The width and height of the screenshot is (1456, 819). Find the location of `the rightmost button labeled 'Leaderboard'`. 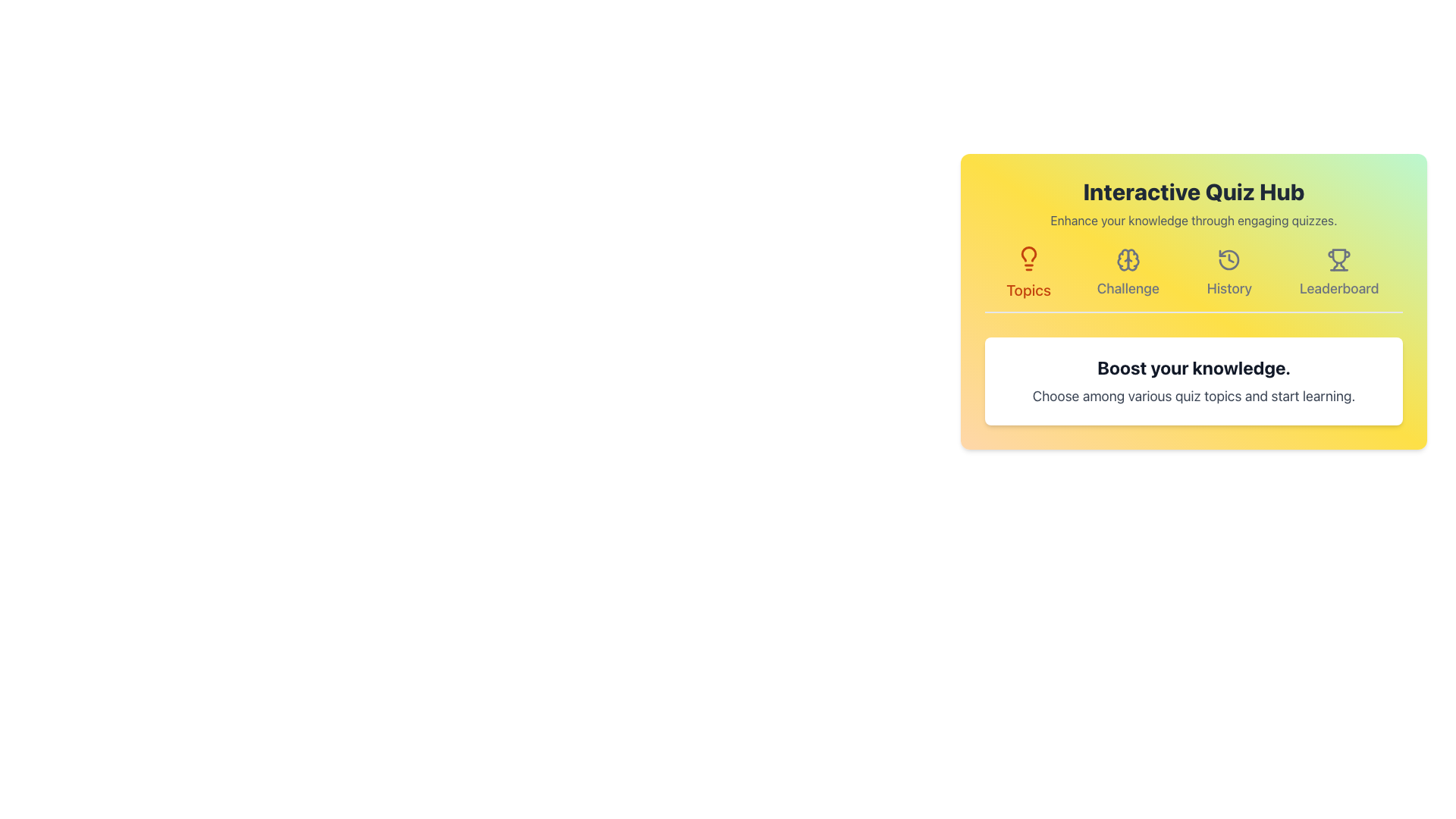

the rightmost button labeled 'Leaderboard' is located at coordinates (1339, 274).